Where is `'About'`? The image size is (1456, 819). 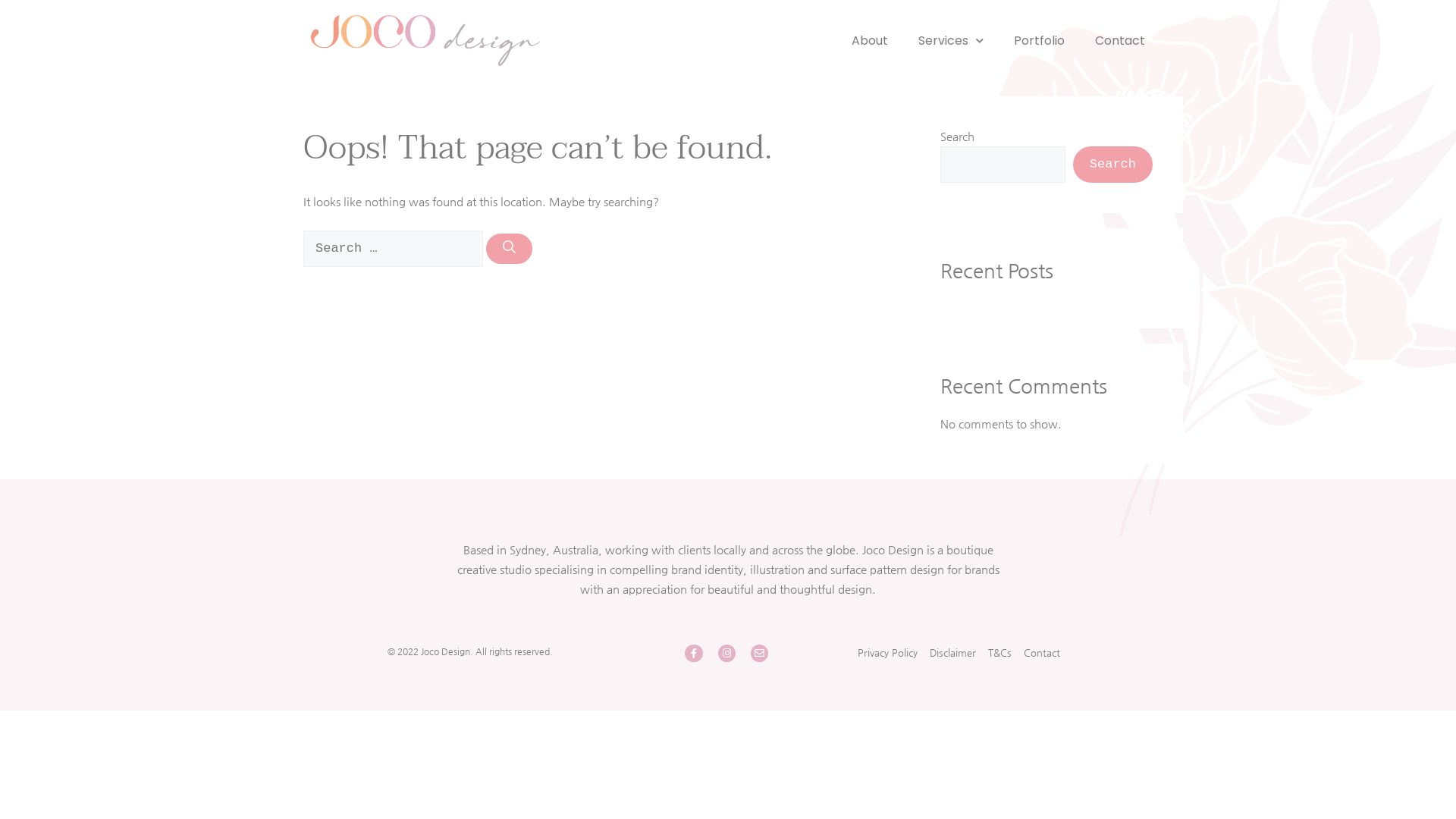 'About' is located at coordinates (852, 40).